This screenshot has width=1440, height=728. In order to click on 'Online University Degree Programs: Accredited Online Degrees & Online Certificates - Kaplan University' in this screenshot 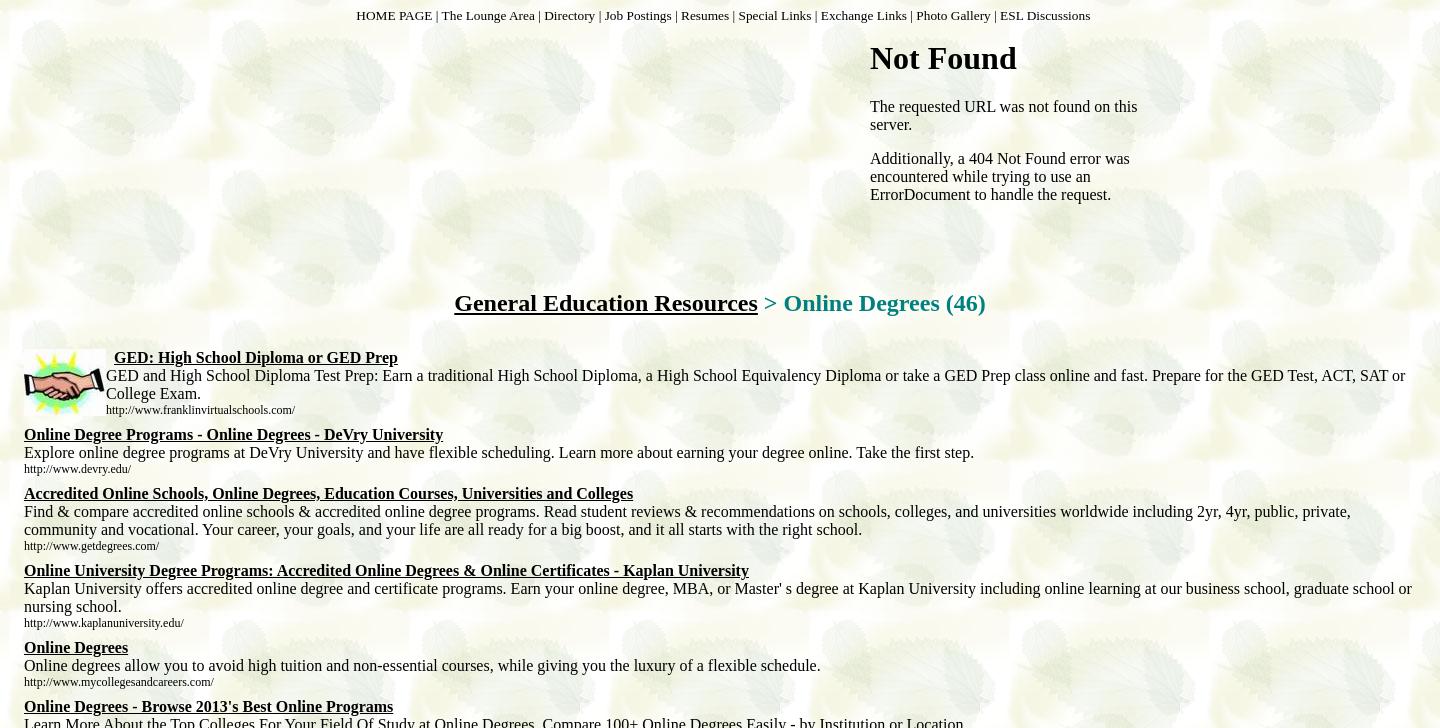, I will do `click(23, 570)`.